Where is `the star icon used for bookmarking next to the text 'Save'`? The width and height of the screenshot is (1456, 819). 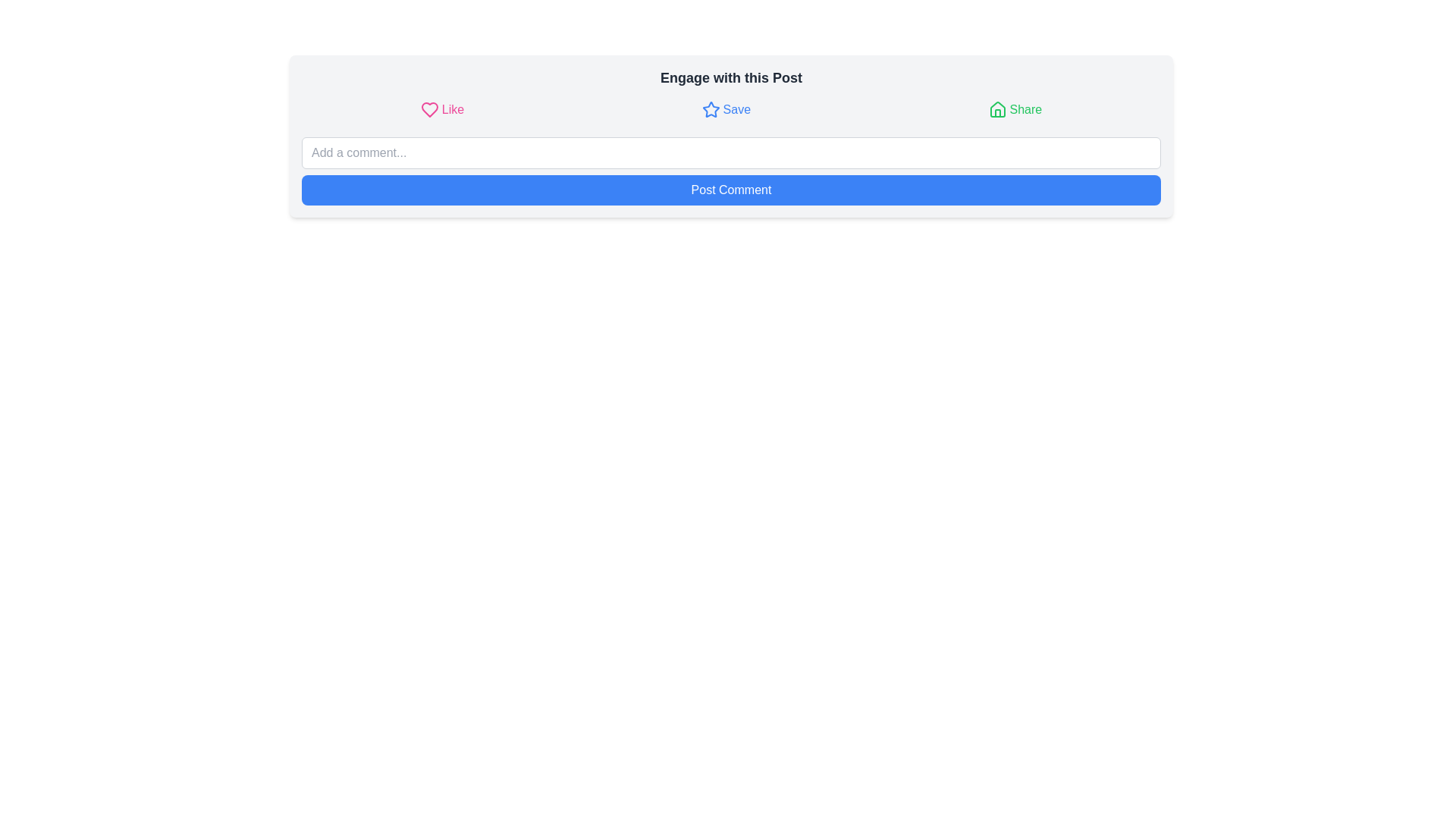 the star icon used for bookmarking next to the text 'Save' is located at coordinates (710, 109).